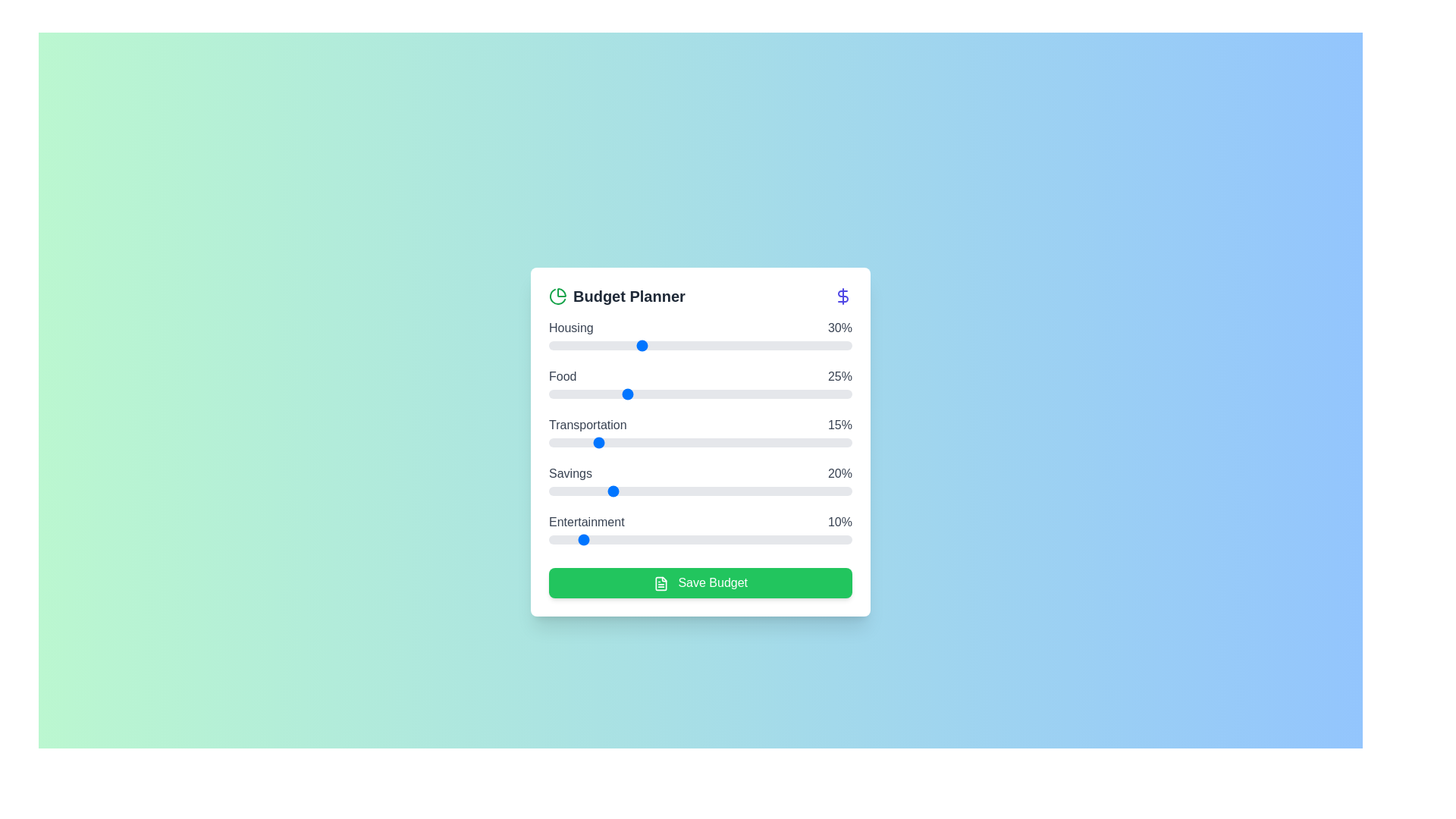  What do you see at coordinates (764, 345) in the screenshot?
I see `the 'Housing' slider to 71% allocation` at bounding box center [764, 345].